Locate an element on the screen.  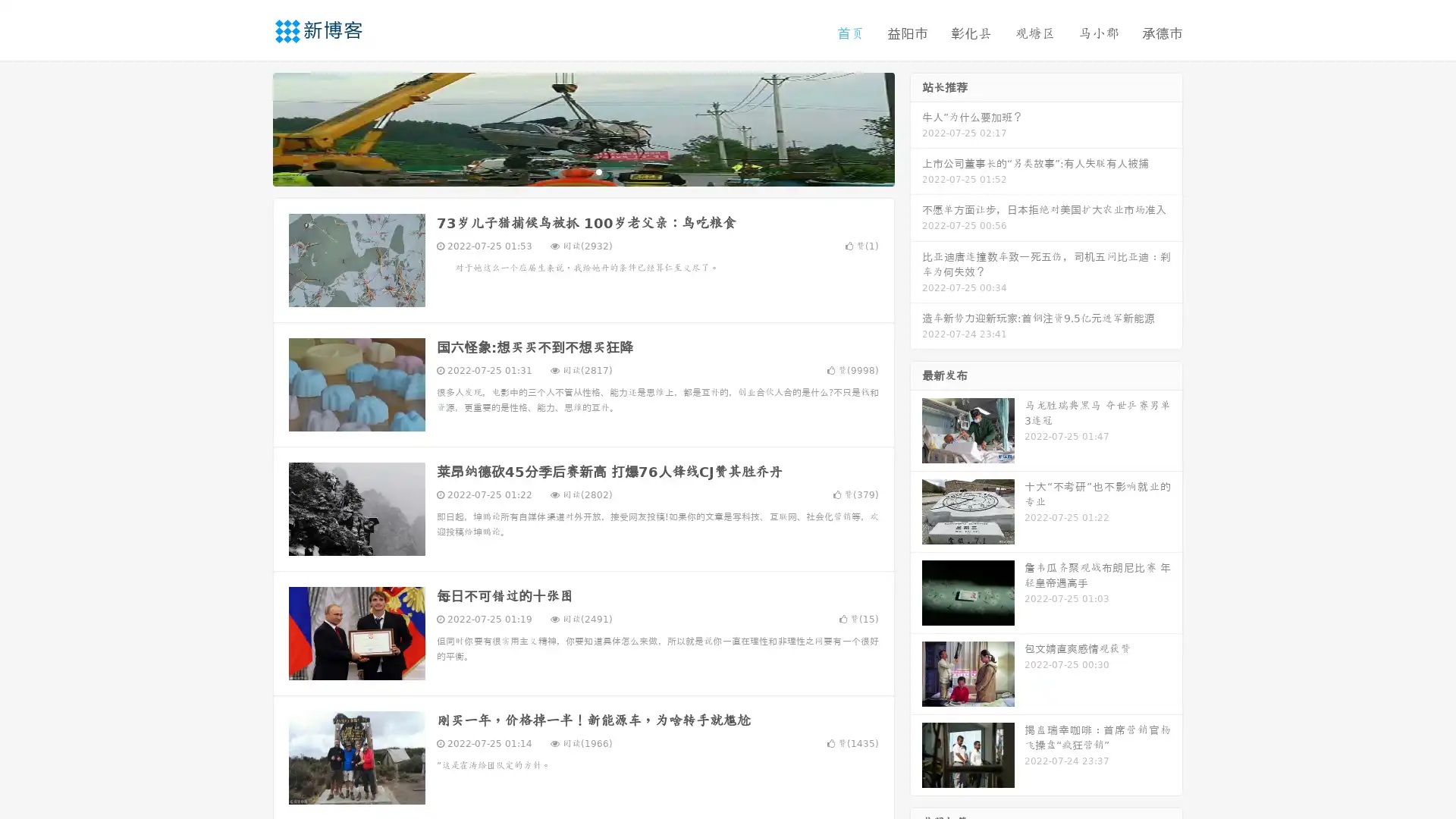
Go to slide 3 is located at coordinates (598, 171).